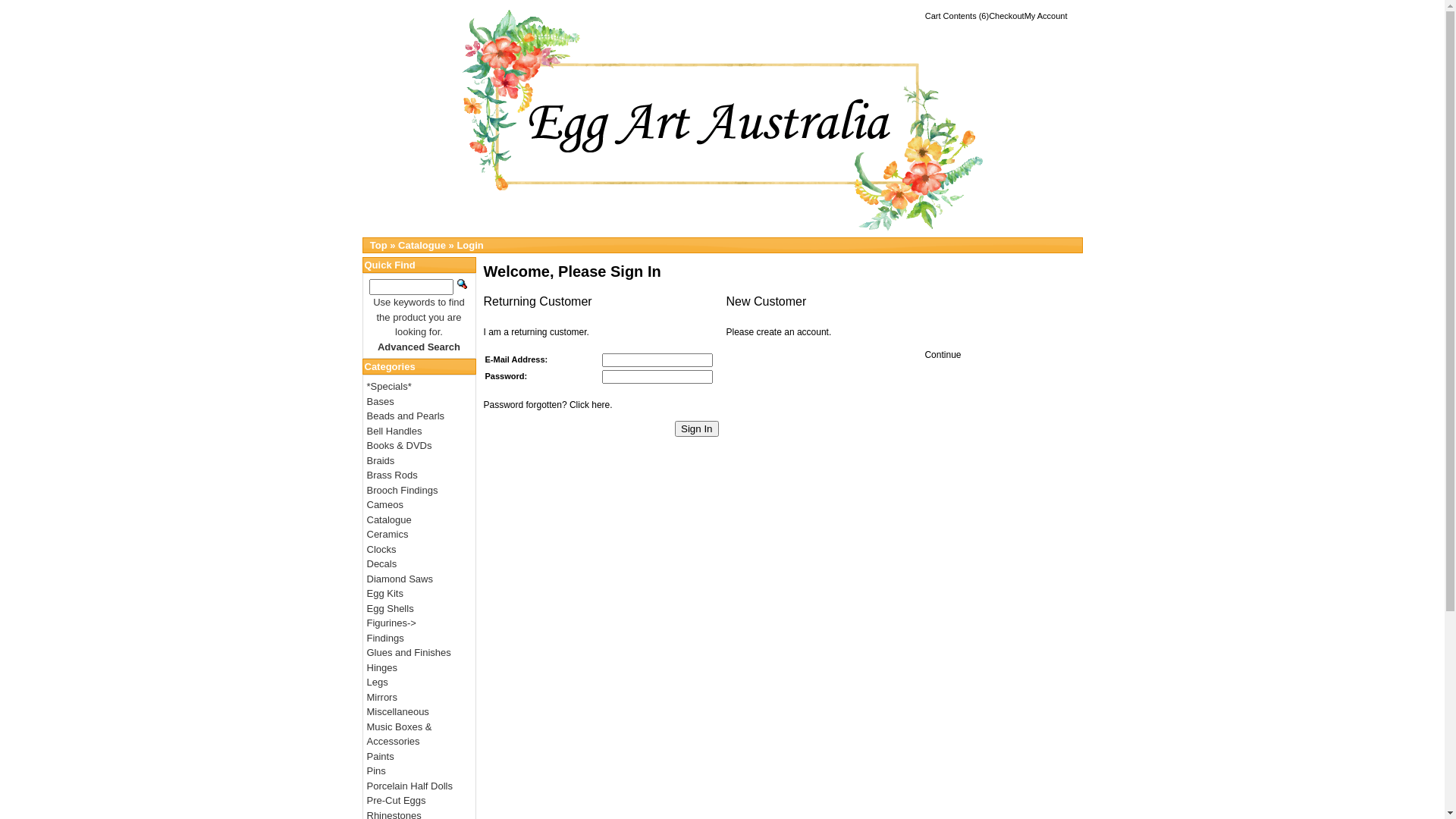  I want to click on 'Bell Handles', so click(394, 430).